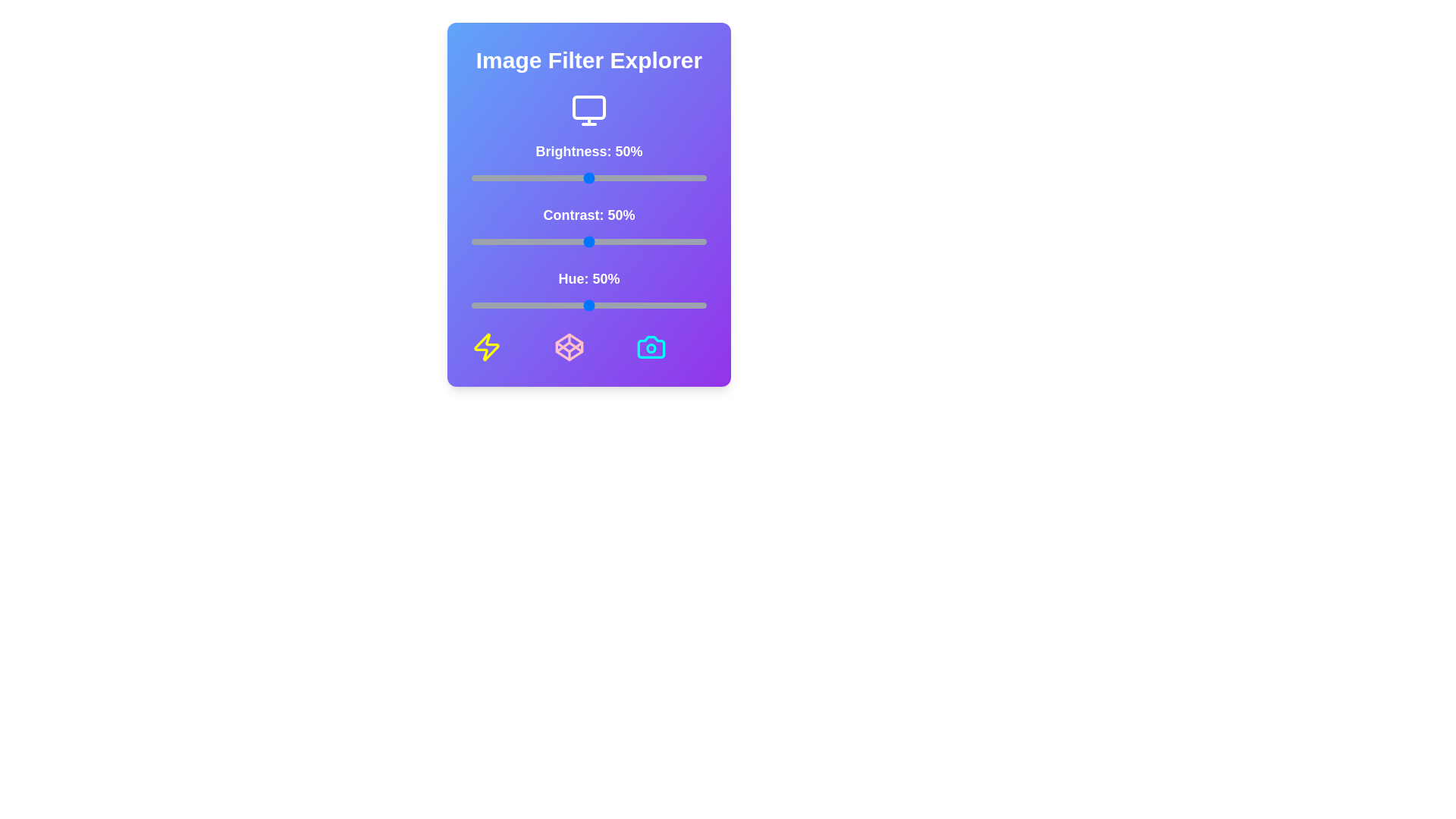 Image resolution: width=1456 pixels, height=819 pixels. What do you see at coordinates (487, 347) in the screenshot?
I see `the lightning icon located at the bottom left of the component` at bounding box center [487, 347].